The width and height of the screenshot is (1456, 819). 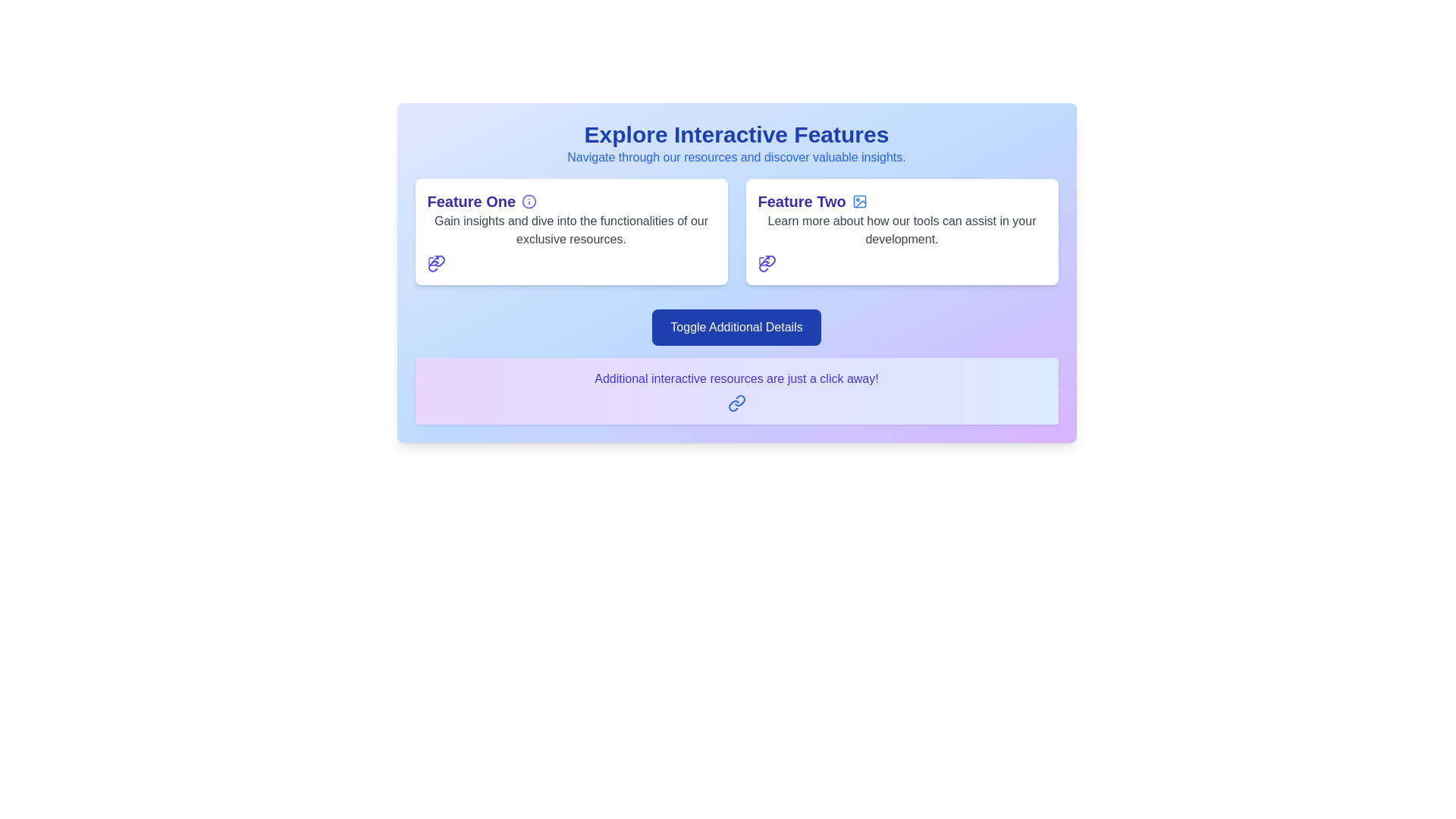 What do you see at coordinates (736, 231) in the screenshot?
I see `the grid layout containing two panels, labeled 'Feature One' and 'Feature Two'` at bounding box center [736, 231].